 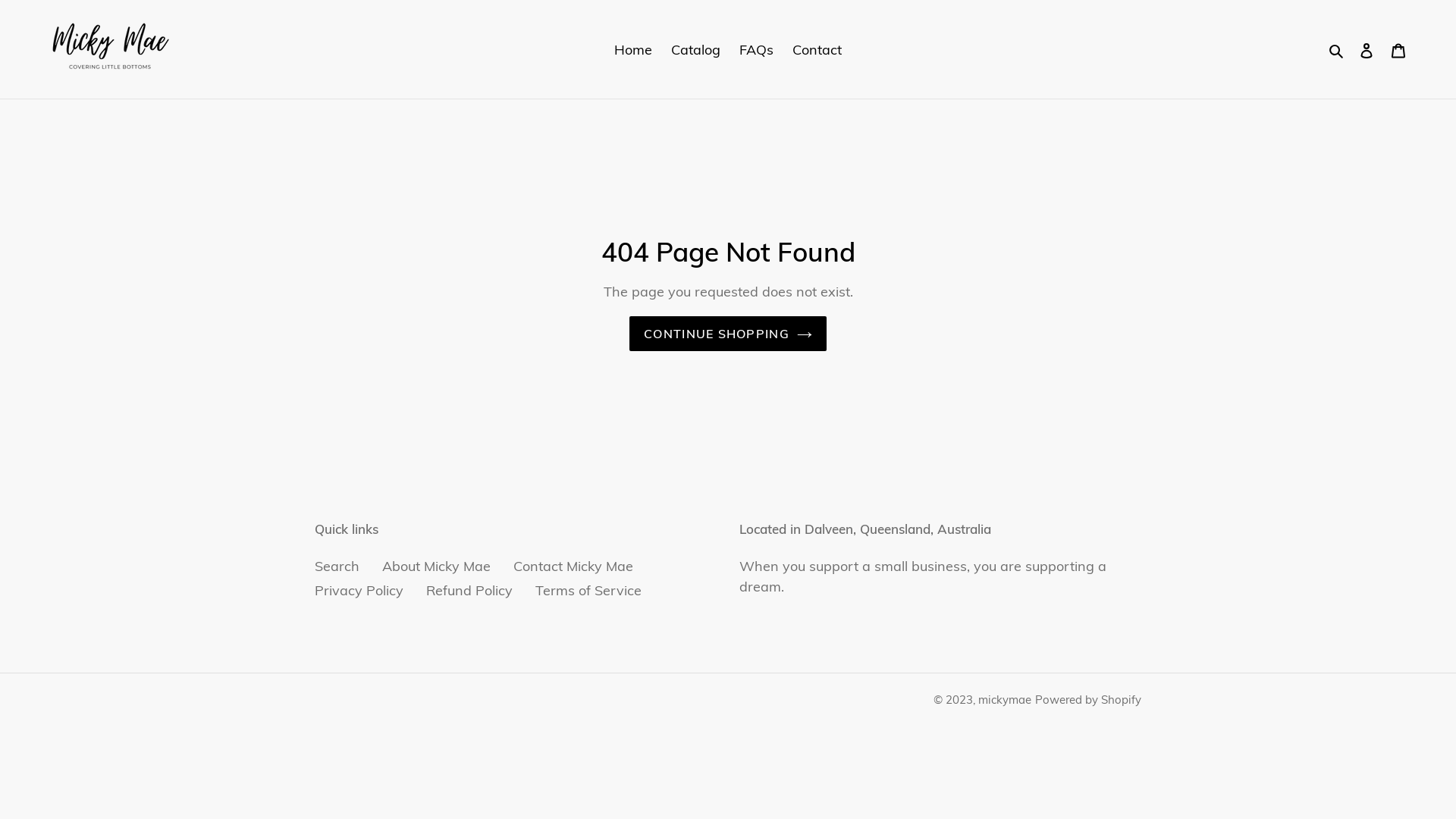 What do you see at coordinates (728, 332) in the screenshot?
I see `'CONTINUE SHOPPING'` at bounding box center [728, 332].